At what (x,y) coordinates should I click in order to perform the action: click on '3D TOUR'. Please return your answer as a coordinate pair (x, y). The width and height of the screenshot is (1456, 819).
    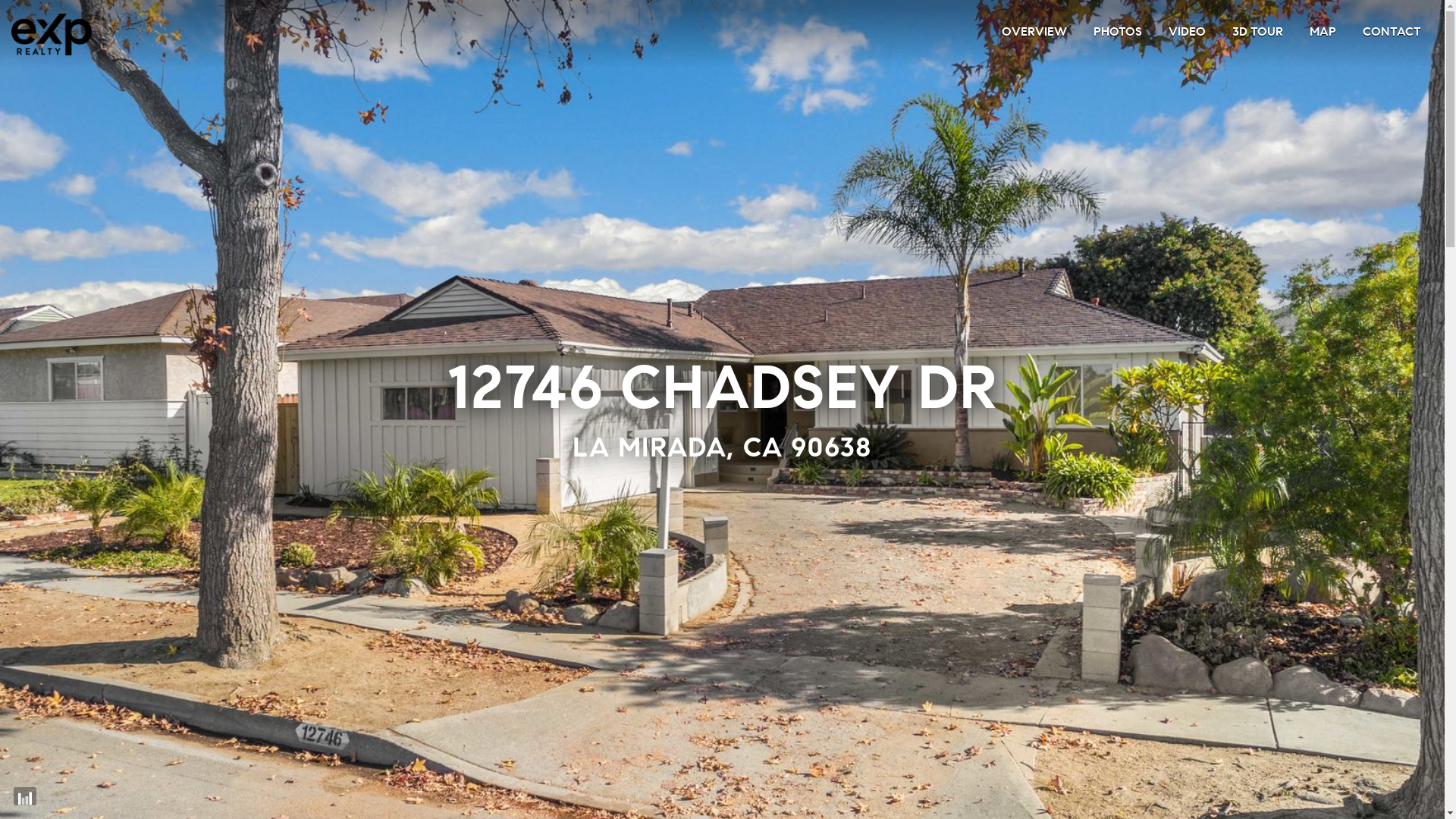
    Looking at the image, I should click on (1232, 31).